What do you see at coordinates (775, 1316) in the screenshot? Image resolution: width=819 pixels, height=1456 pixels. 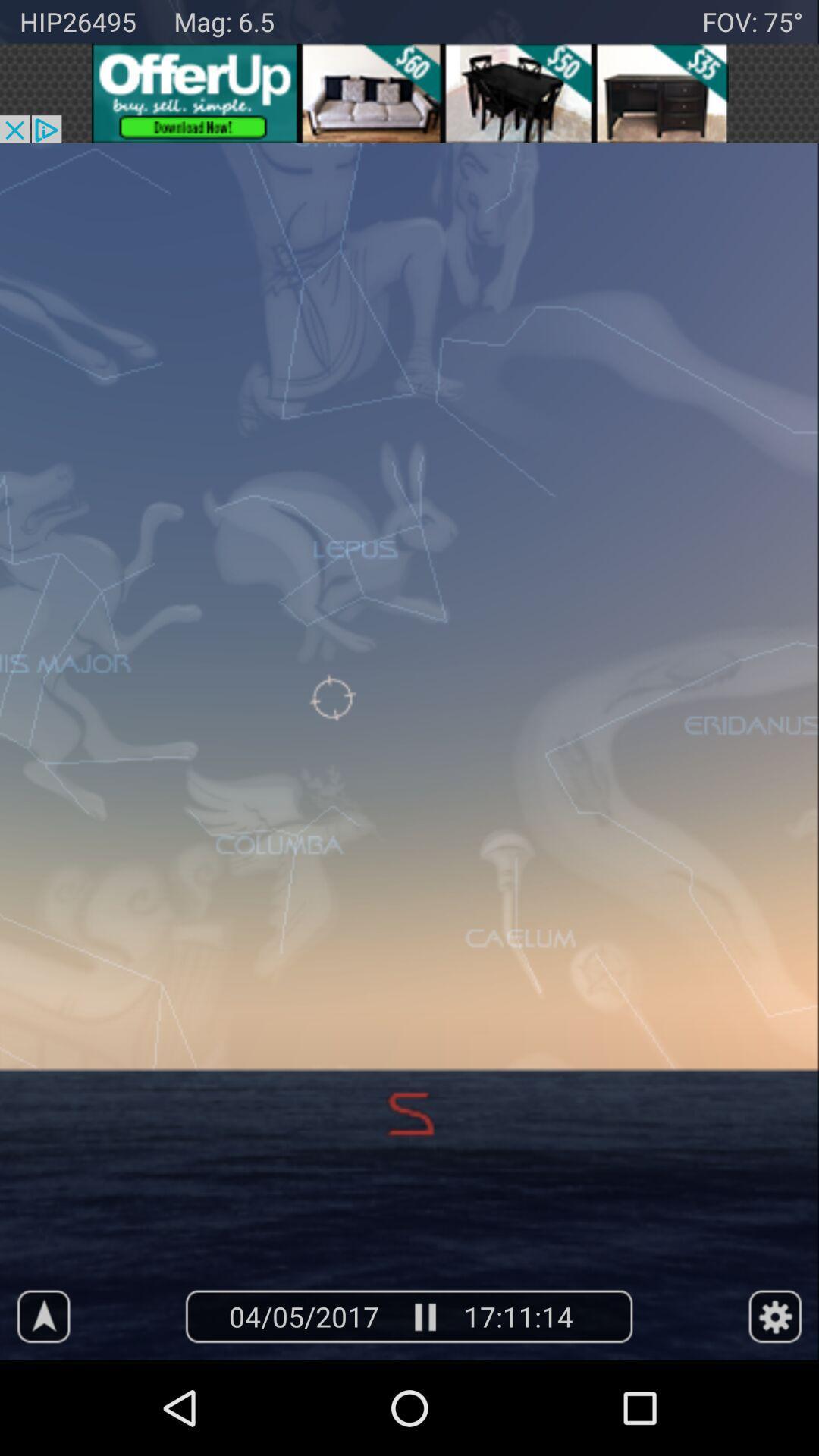 I see `open settings` at bounding box center [775, 1316].